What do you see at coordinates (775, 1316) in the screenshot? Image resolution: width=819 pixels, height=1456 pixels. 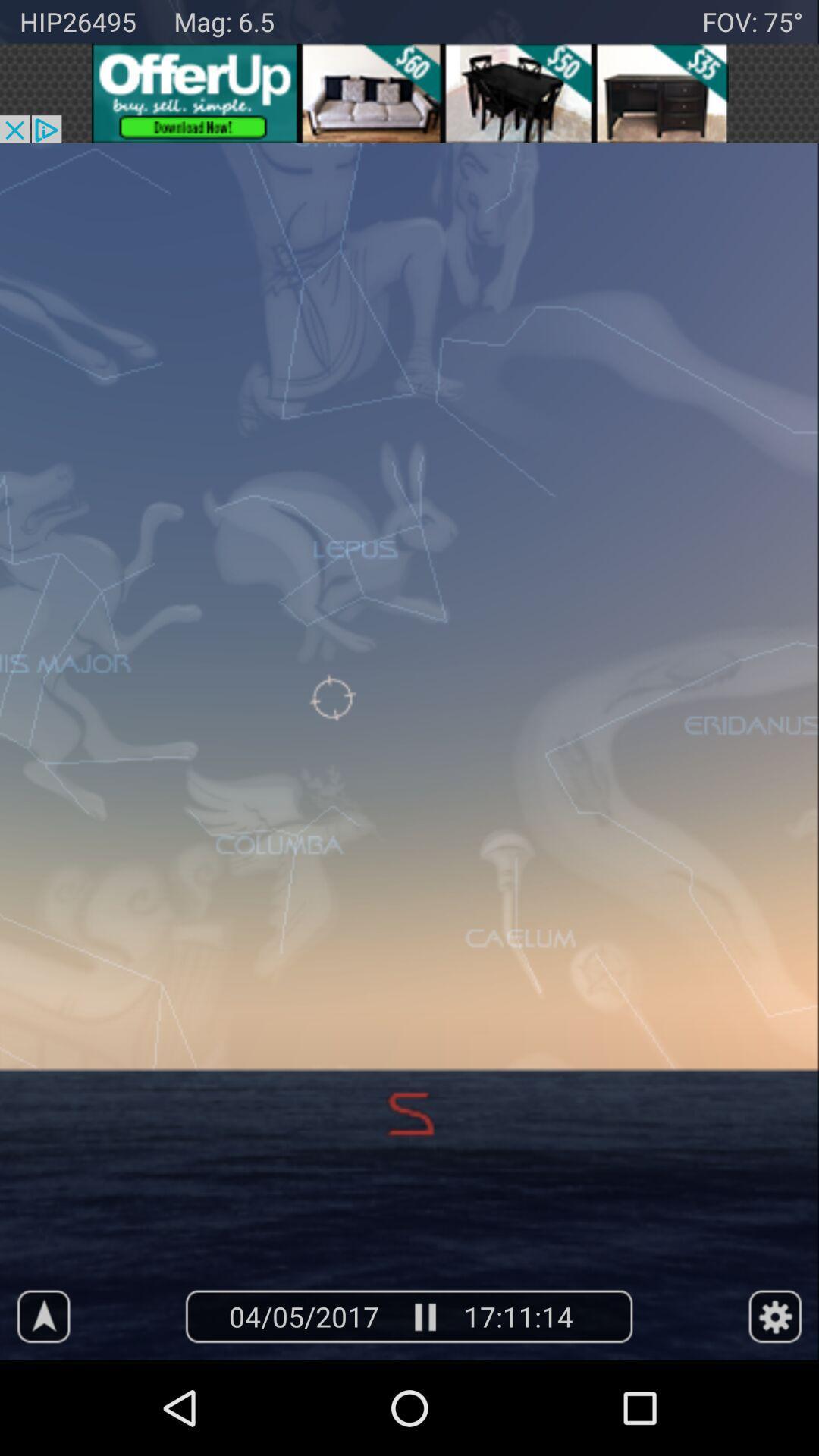 I see `open settings` at bounding box center [775, 1316].